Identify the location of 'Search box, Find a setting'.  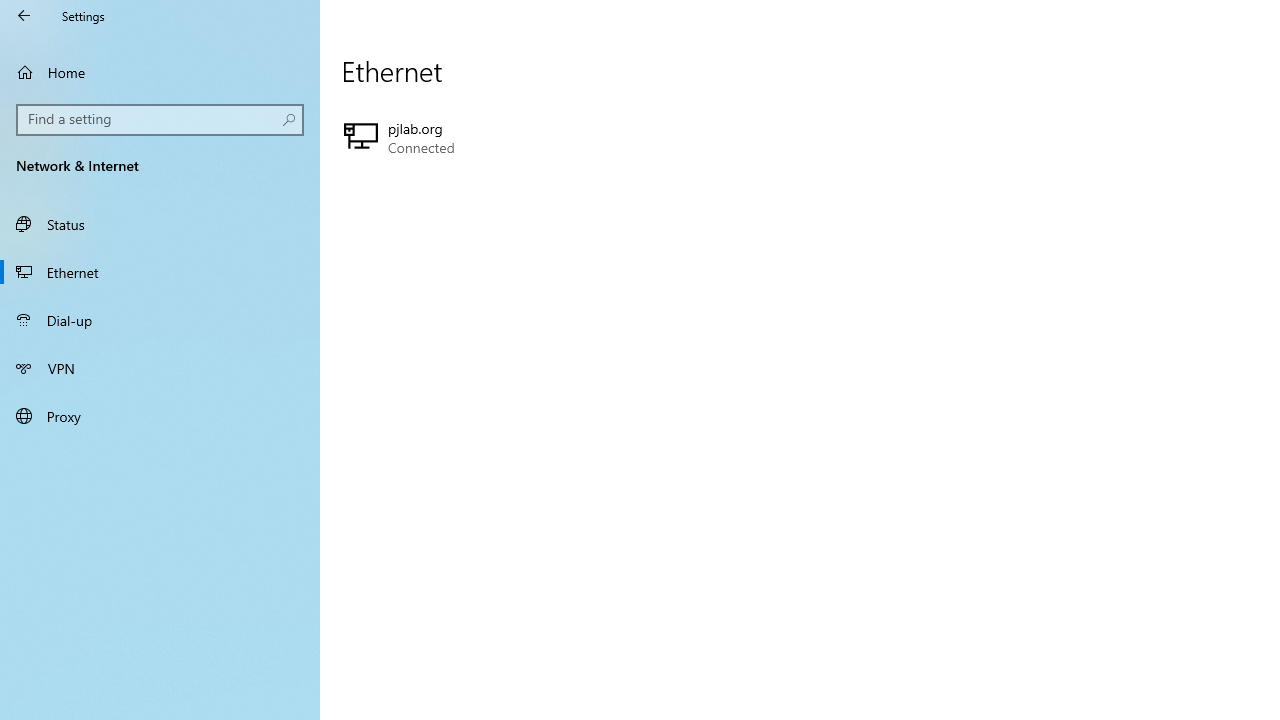
(160, 119).